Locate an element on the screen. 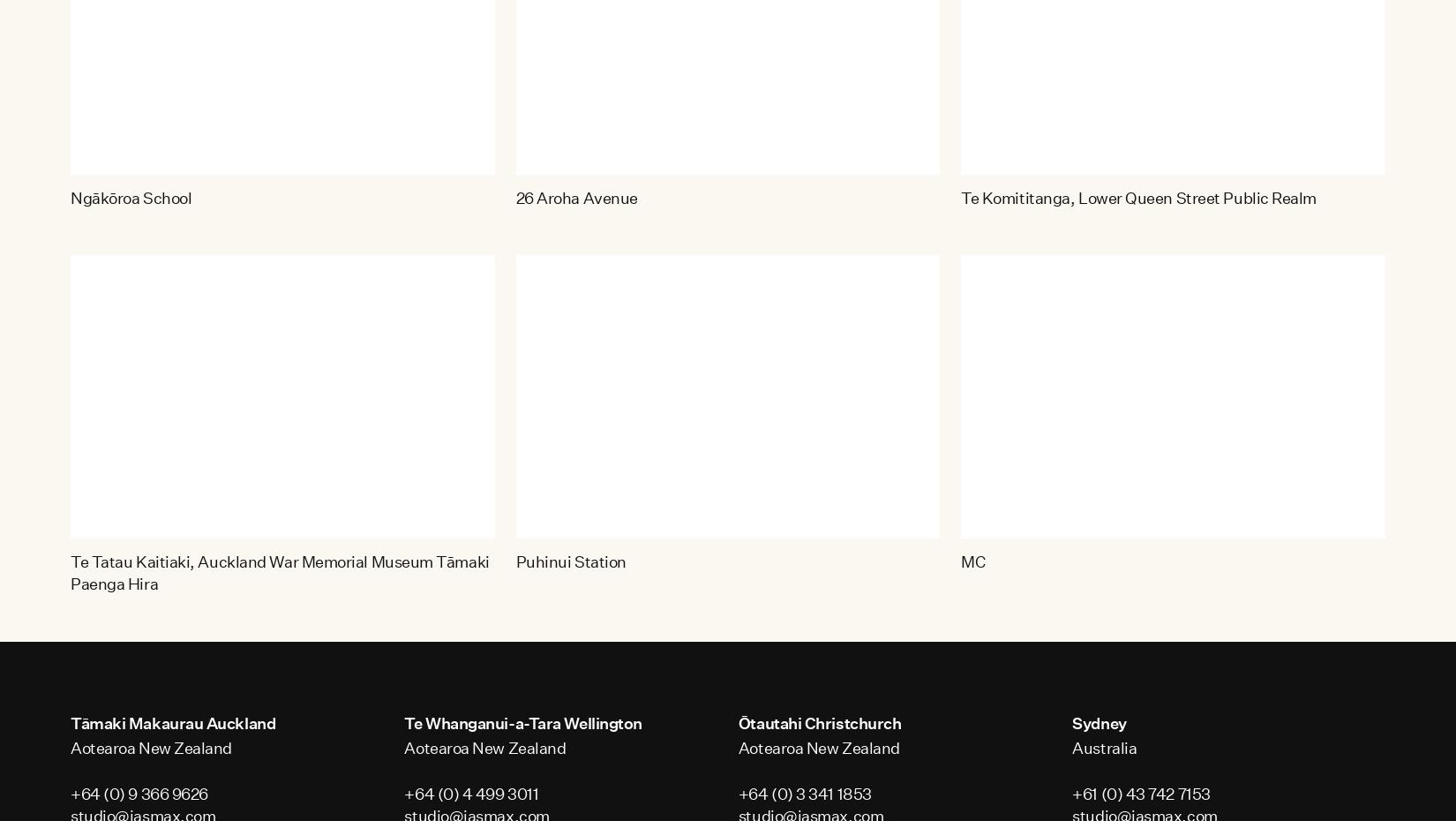 Image resolution: width=1456 pixels, height=821 pixels. 'Ngākōroa School' is located at coordinates (131, 196).